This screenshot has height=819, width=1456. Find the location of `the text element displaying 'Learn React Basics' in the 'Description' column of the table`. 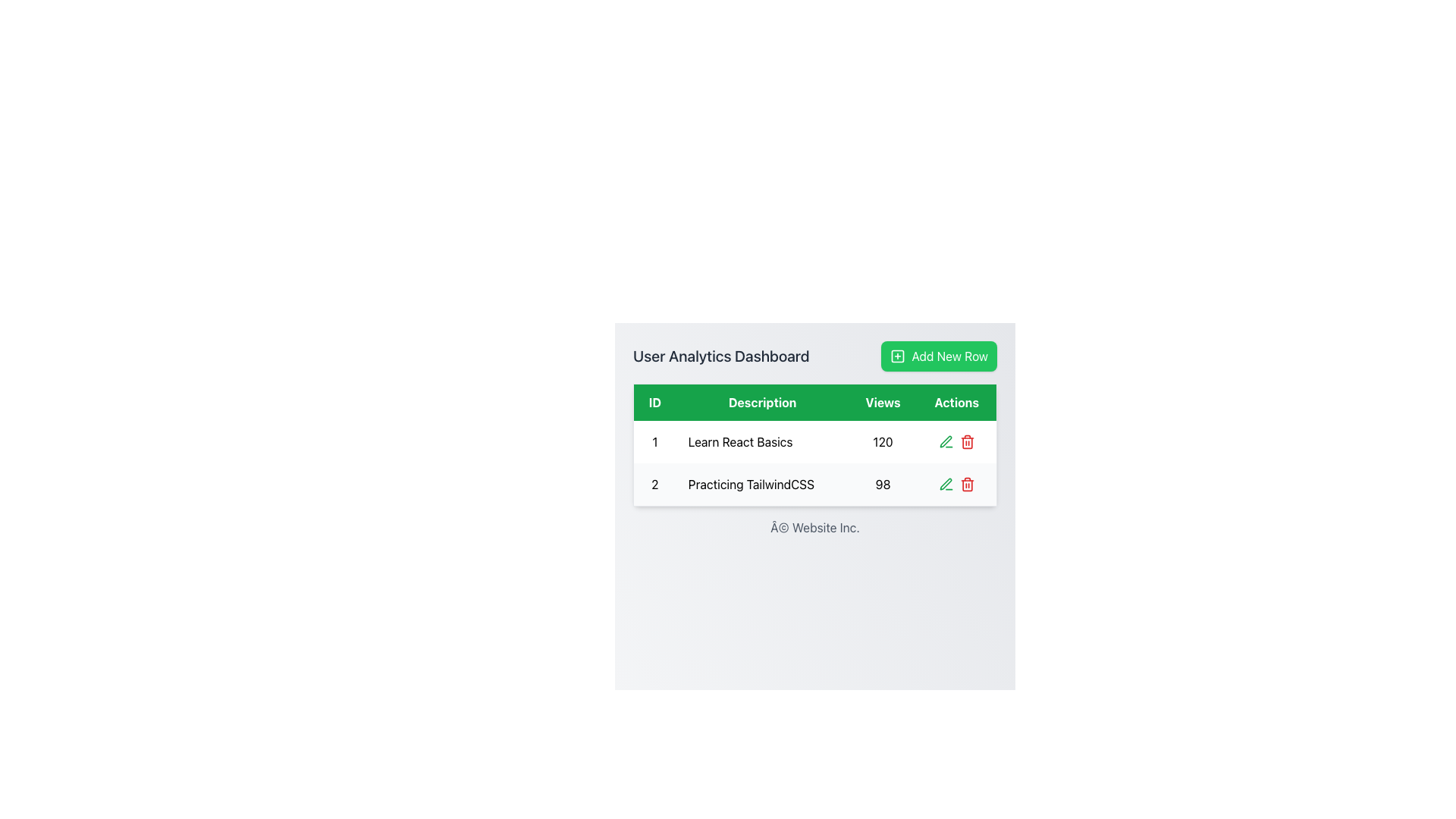

the text element displaying 'Learn React Basics' in the 'Description' column of the table is located at coordinates (762, 441).